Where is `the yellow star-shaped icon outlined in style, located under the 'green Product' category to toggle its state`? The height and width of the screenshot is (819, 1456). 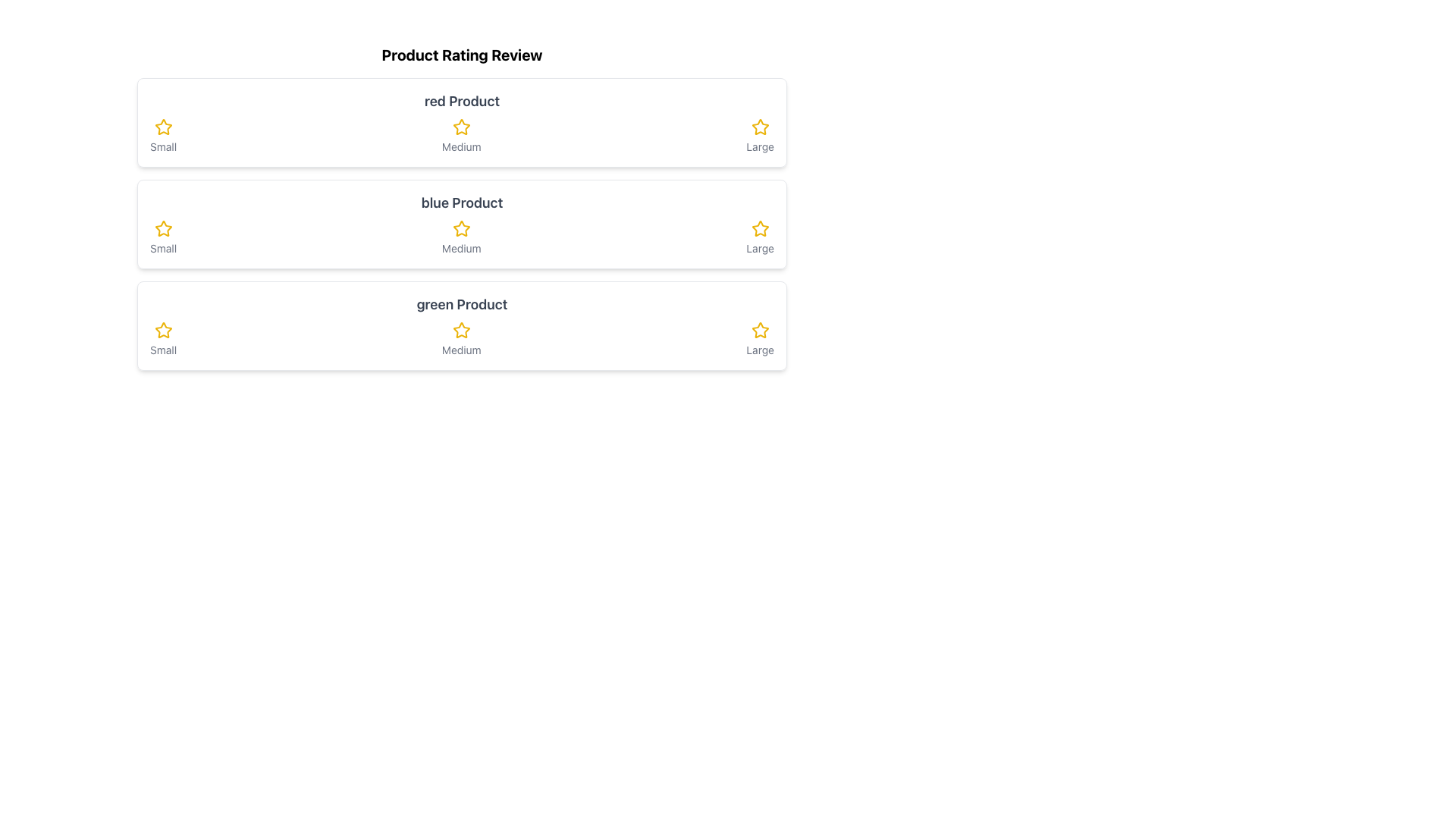 the yellow star-shaped icon outlined in style, located under the 'green Product' category to toggle its state is located at coordinates (163, 329).